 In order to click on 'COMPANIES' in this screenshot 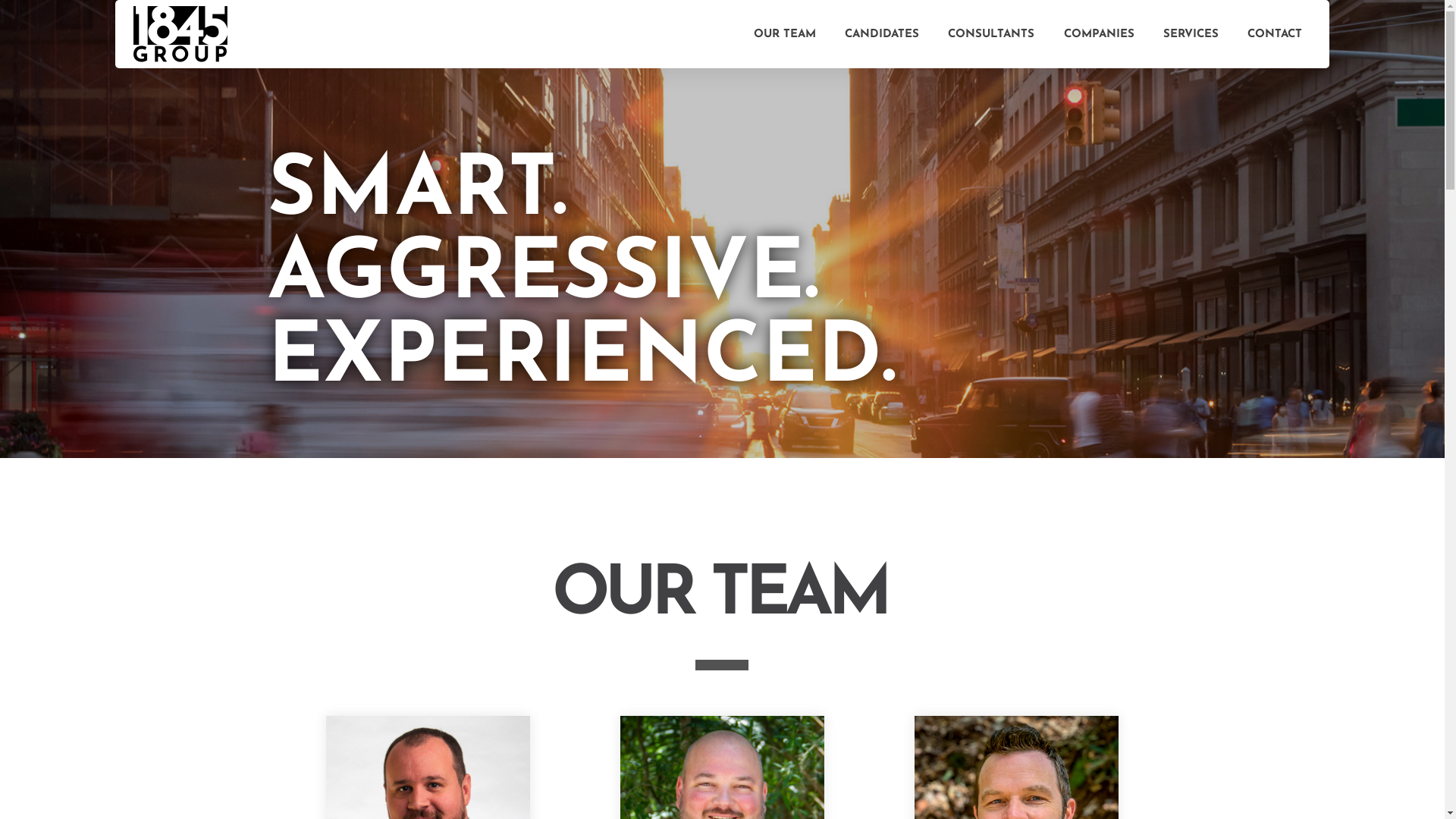, I will do `click(1098, 34)`.